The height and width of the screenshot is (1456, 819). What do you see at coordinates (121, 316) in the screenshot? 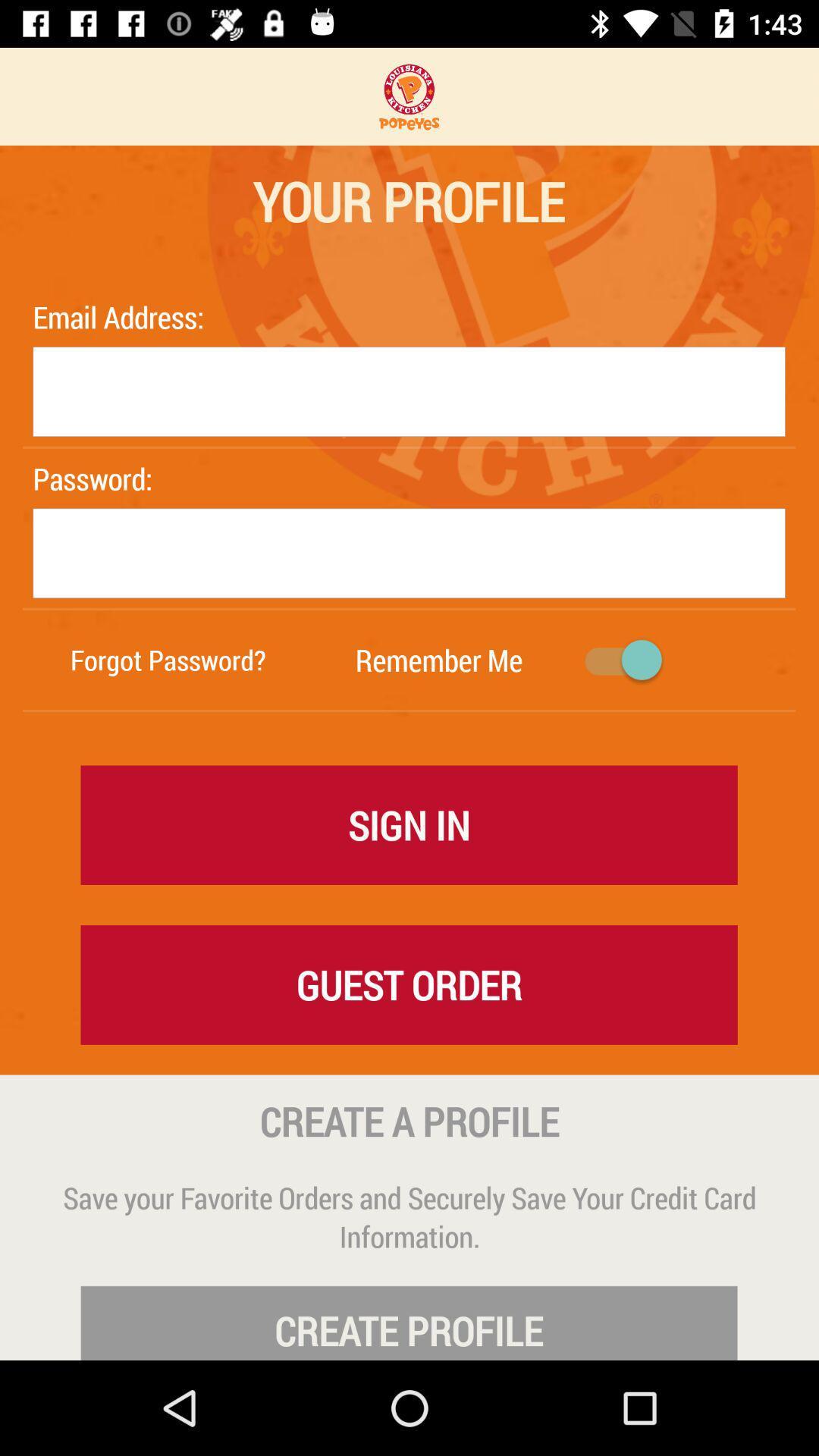
I see `the email address: icon` at bounding box center [121, 316].